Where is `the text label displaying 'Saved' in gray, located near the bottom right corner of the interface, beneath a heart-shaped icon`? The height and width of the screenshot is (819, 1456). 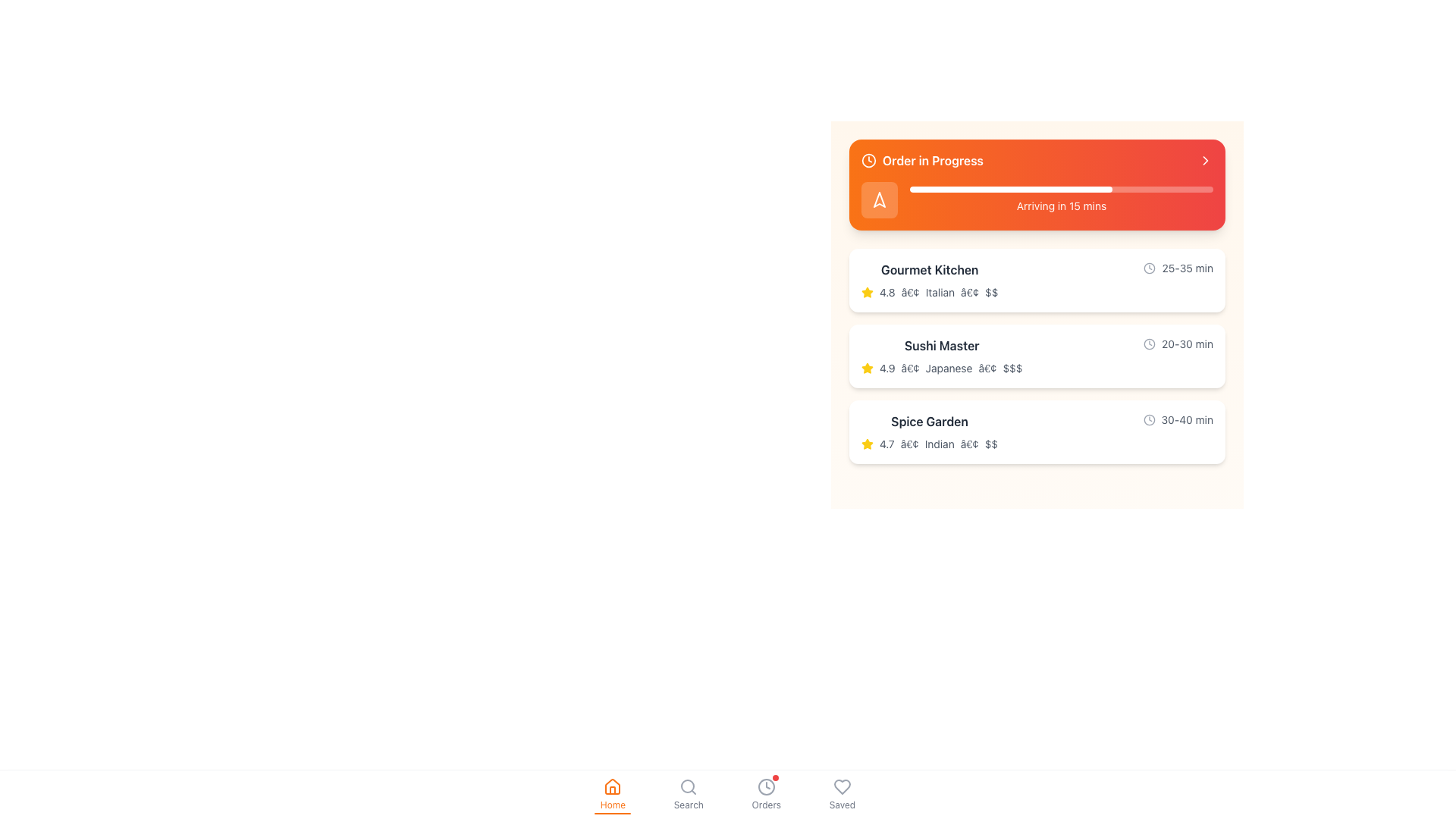
the text label displaying 'Saved' in gray, located near the bottom right corner of the interface, beneath a heart-shaped icon is located at coordinates (841, 804).